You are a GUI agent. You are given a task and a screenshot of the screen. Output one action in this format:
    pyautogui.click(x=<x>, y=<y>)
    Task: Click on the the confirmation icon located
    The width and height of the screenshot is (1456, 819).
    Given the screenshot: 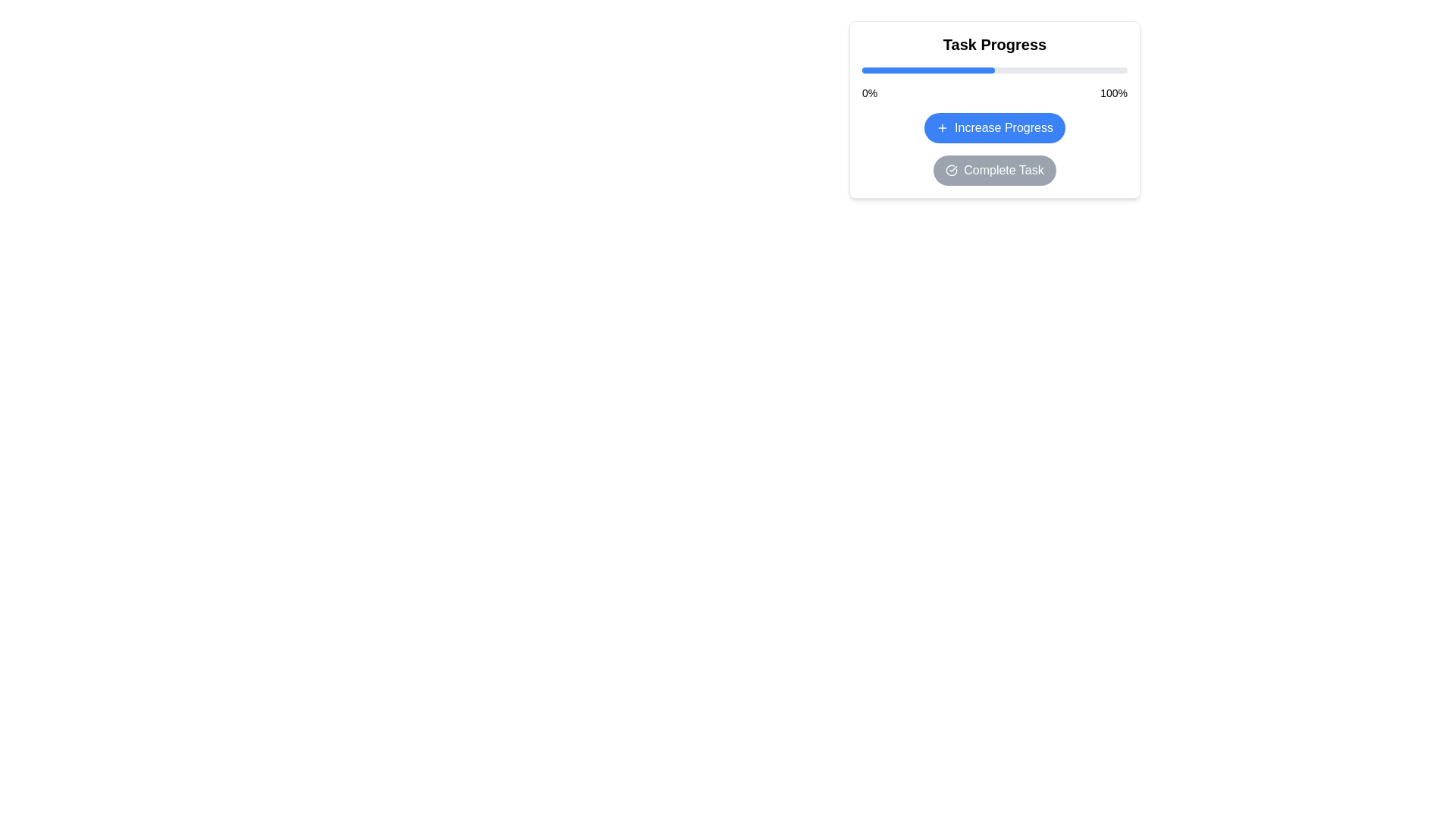 What is the action you would take?
    pyautogui.click(x=950, y=170)
    